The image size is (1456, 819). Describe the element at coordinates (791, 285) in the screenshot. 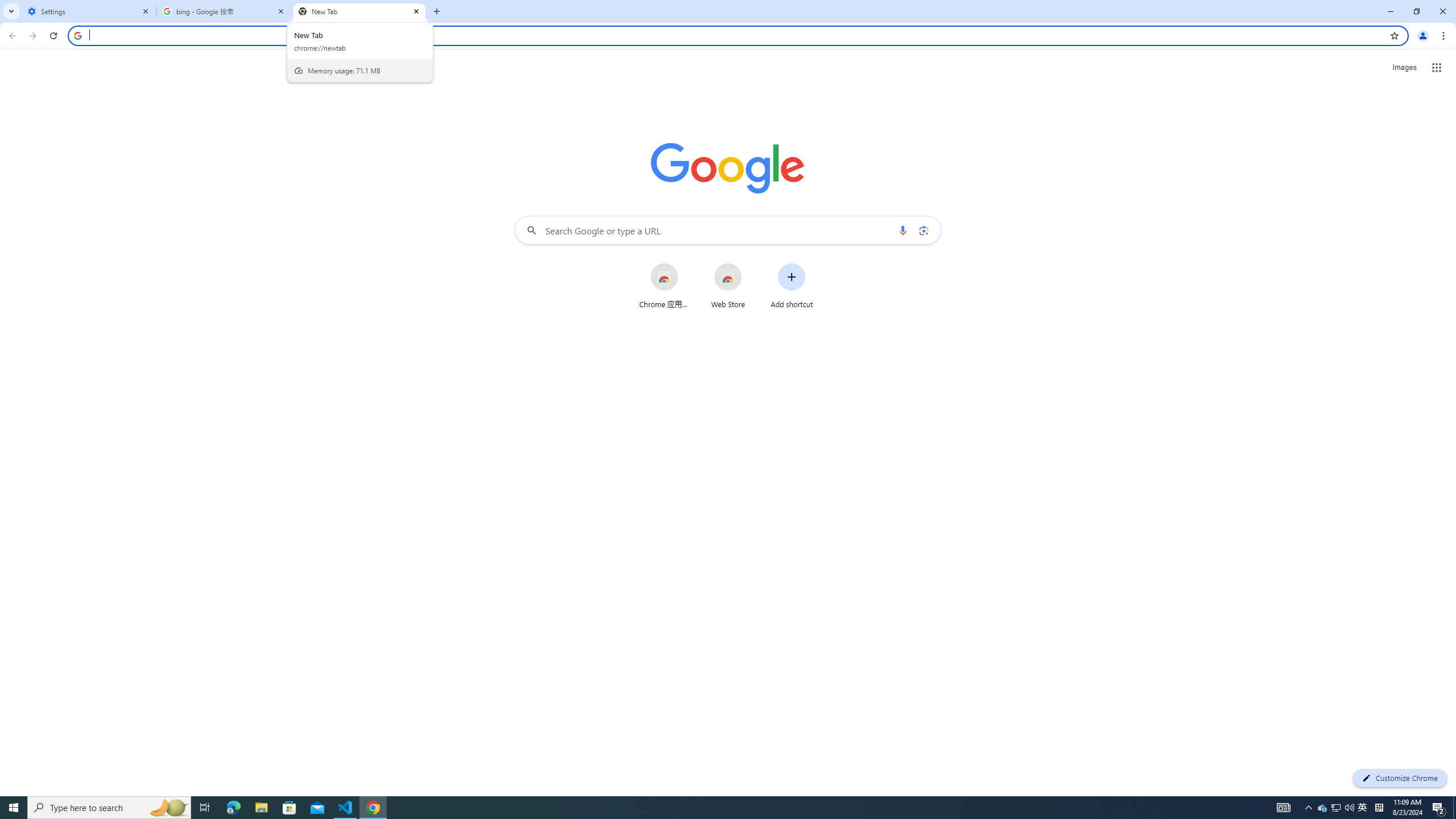

I see `'Add shortcut'` at that location.